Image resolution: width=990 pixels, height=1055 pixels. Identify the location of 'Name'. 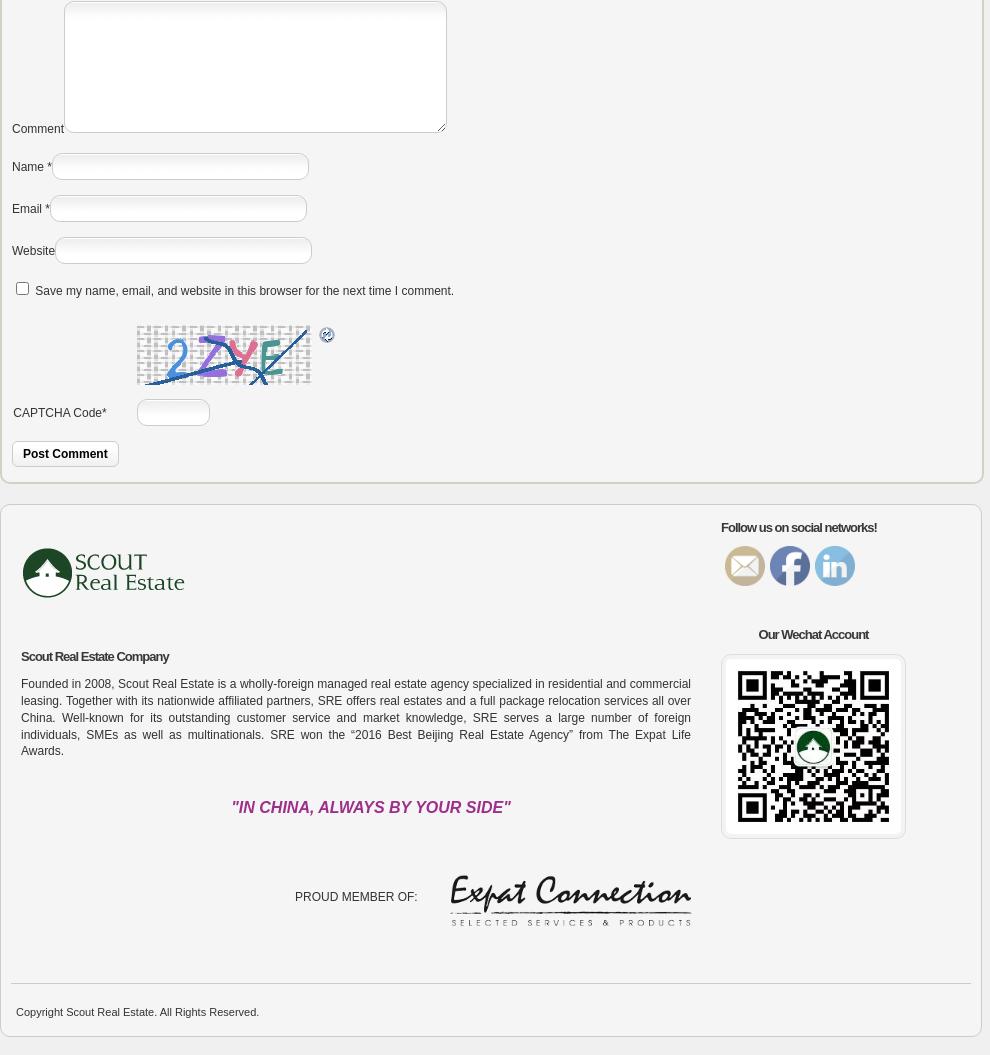
(27, 167).